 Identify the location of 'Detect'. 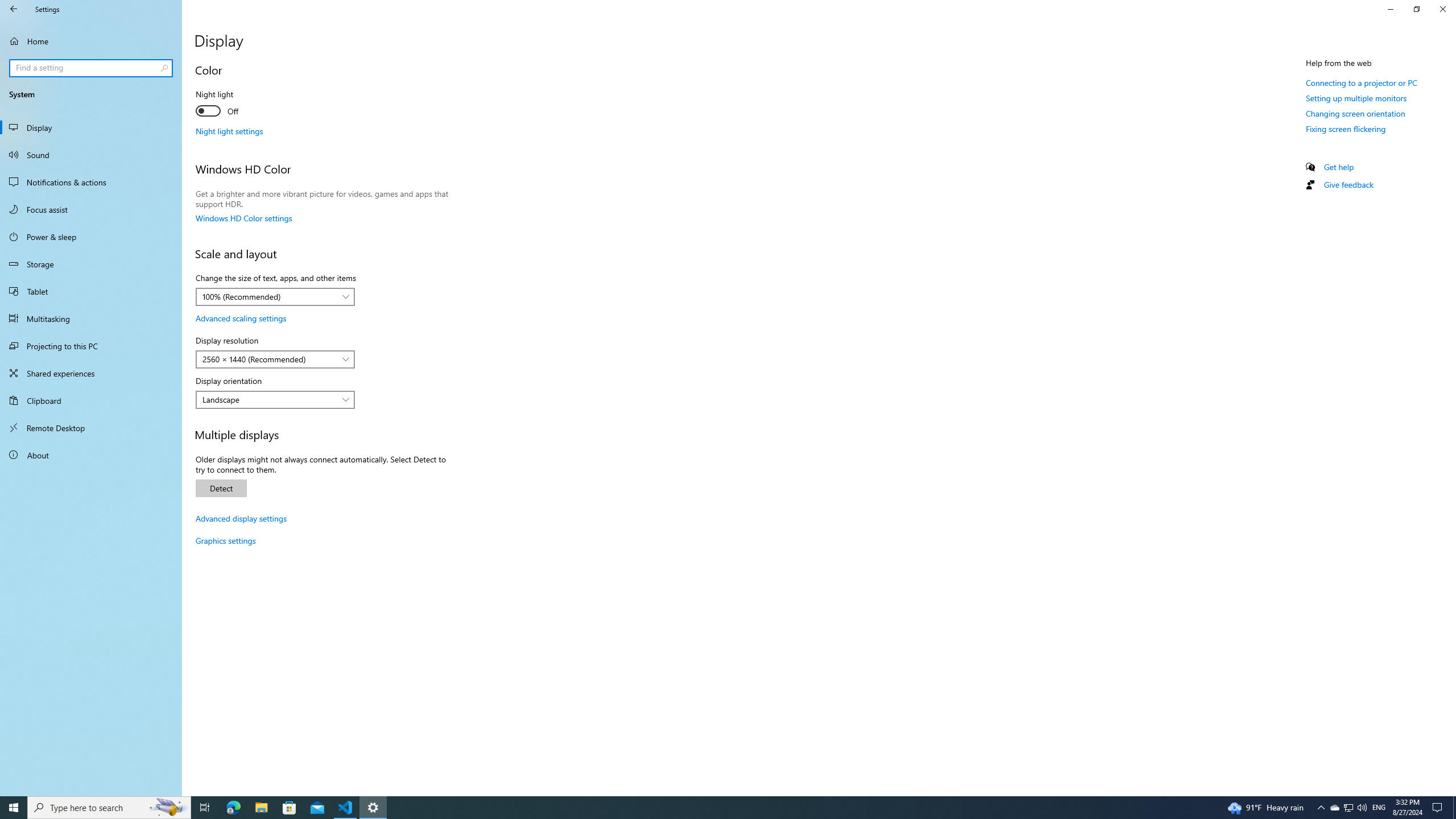
(221, 487).